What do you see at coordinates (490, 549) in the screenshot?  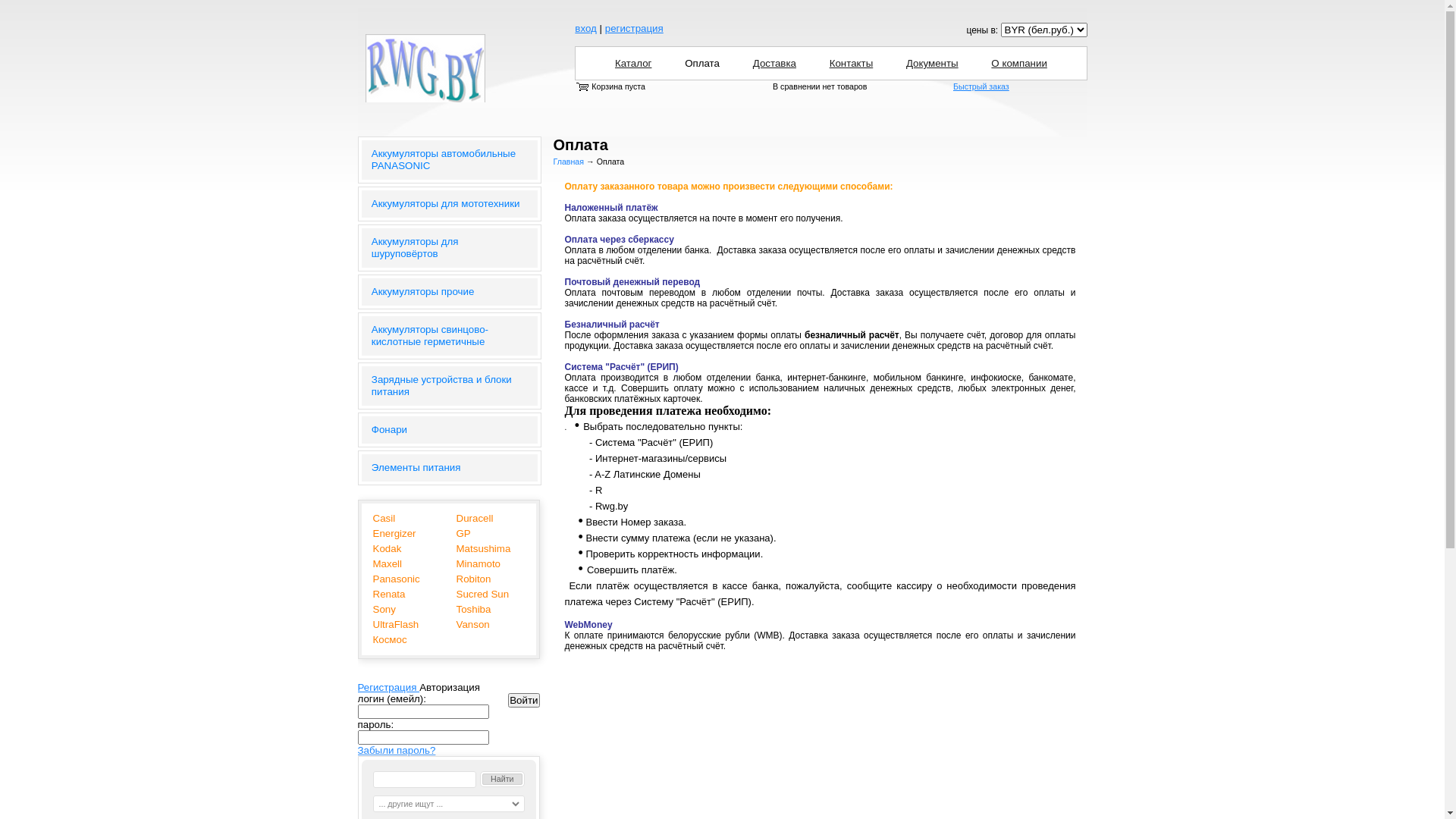 I see `'Matsushima'` at bounding box center [490, 549].